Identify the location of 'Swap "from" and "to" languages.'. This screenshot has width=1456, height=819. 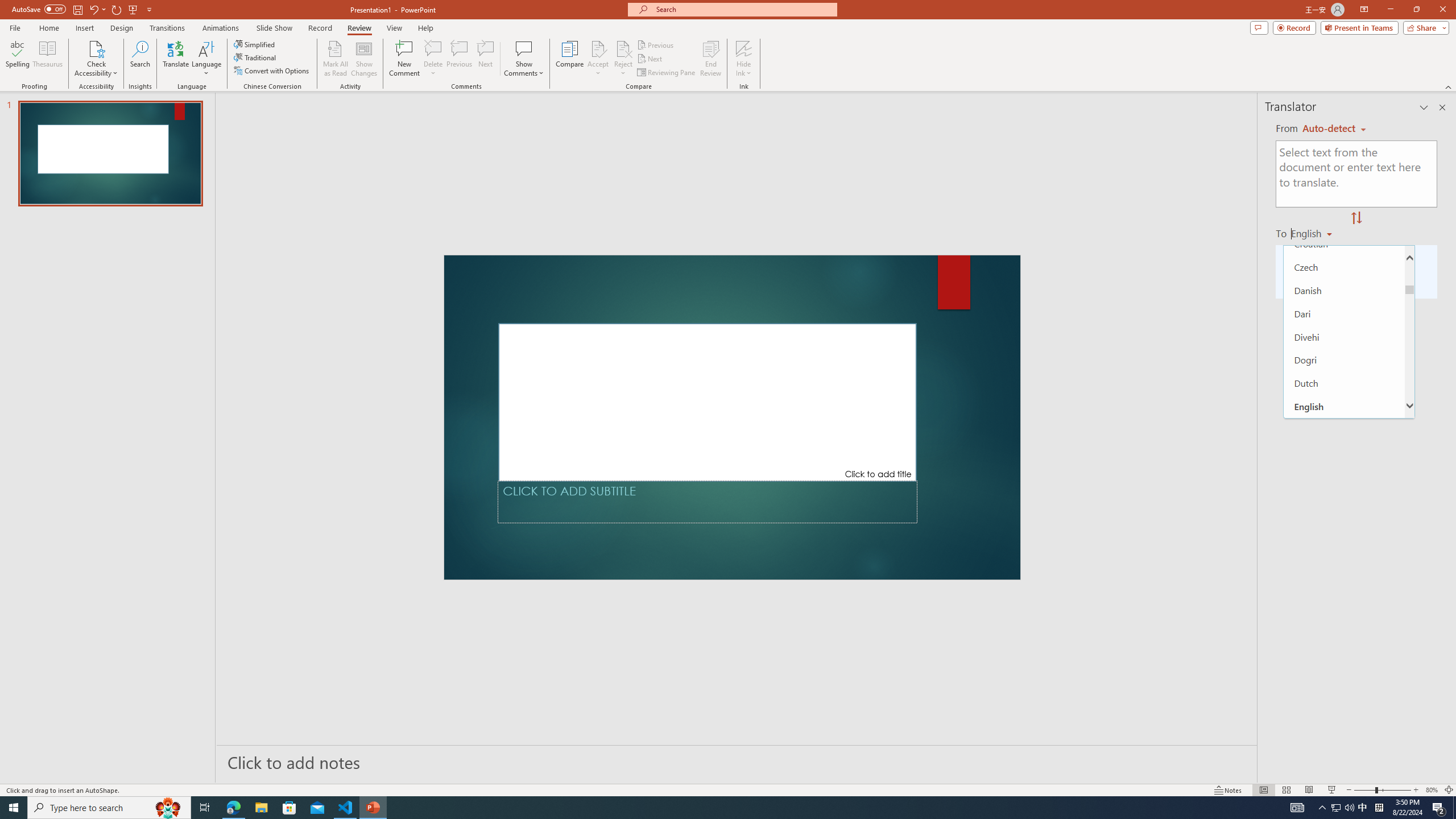
(1356, 218).